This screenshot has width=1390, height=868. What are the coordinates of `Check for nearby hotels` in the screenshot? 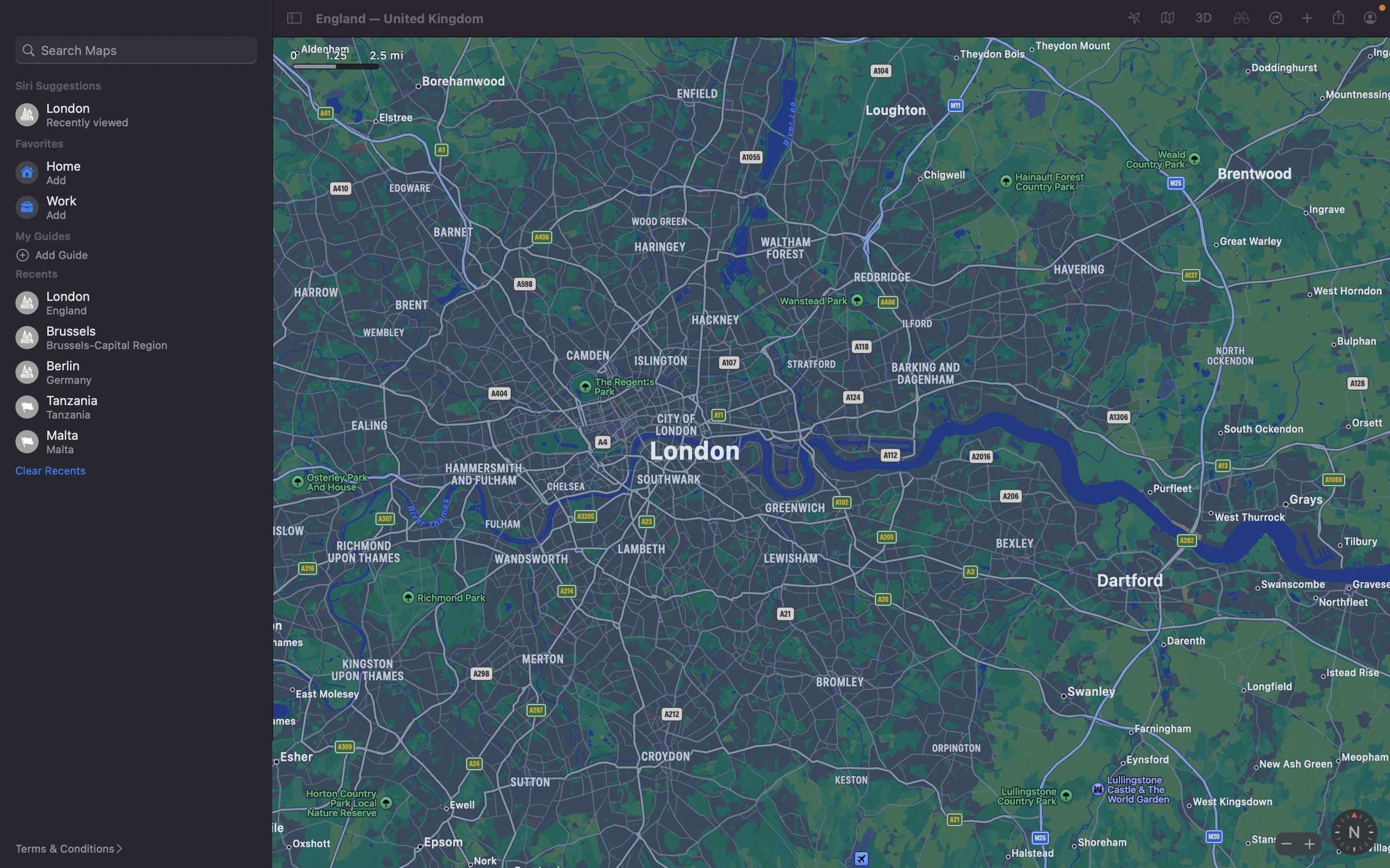 It's located at (136, 49).